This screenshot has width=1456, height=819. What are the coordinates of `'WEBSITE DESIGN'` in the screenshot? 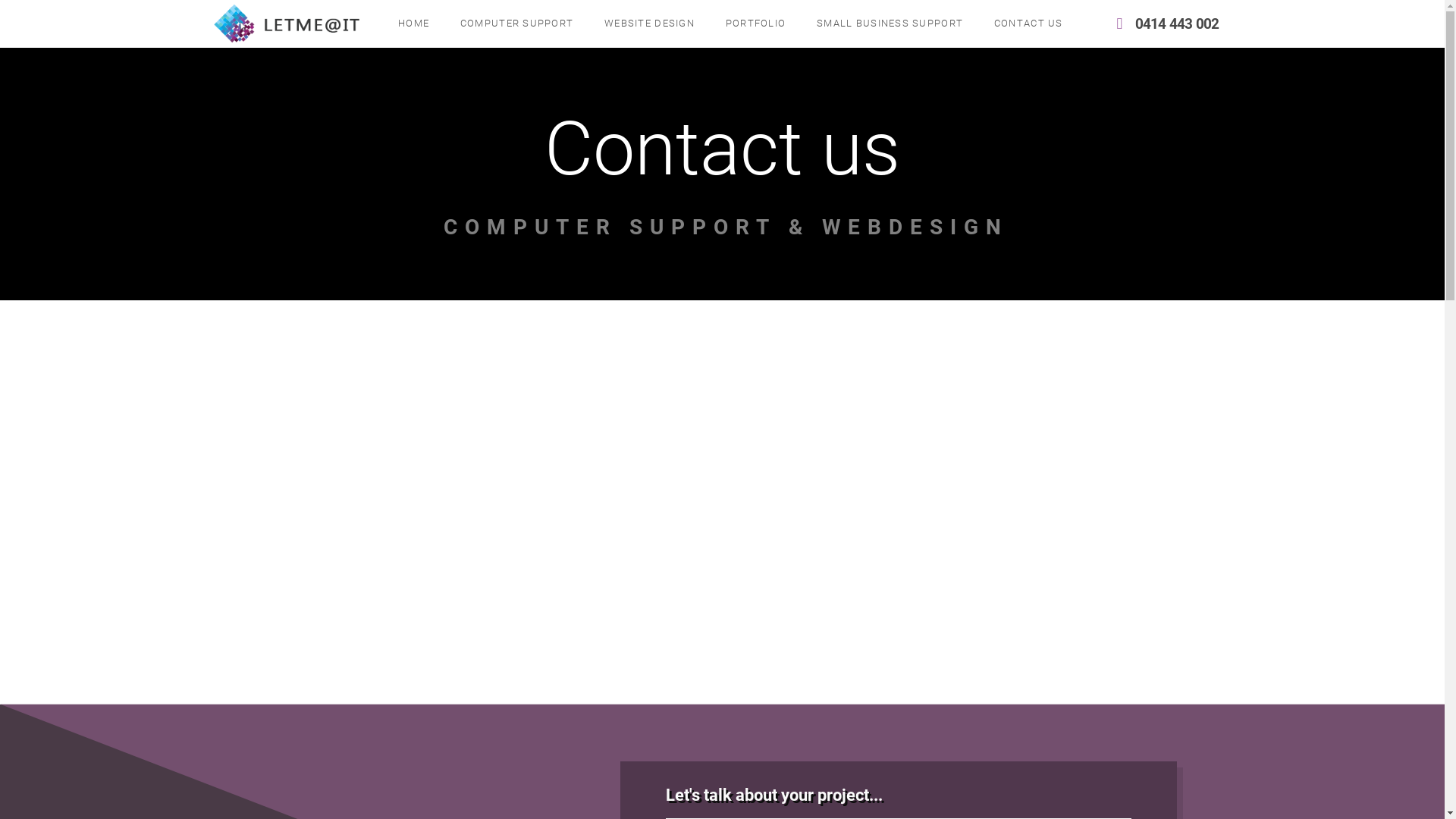 It's located at (648, 24).